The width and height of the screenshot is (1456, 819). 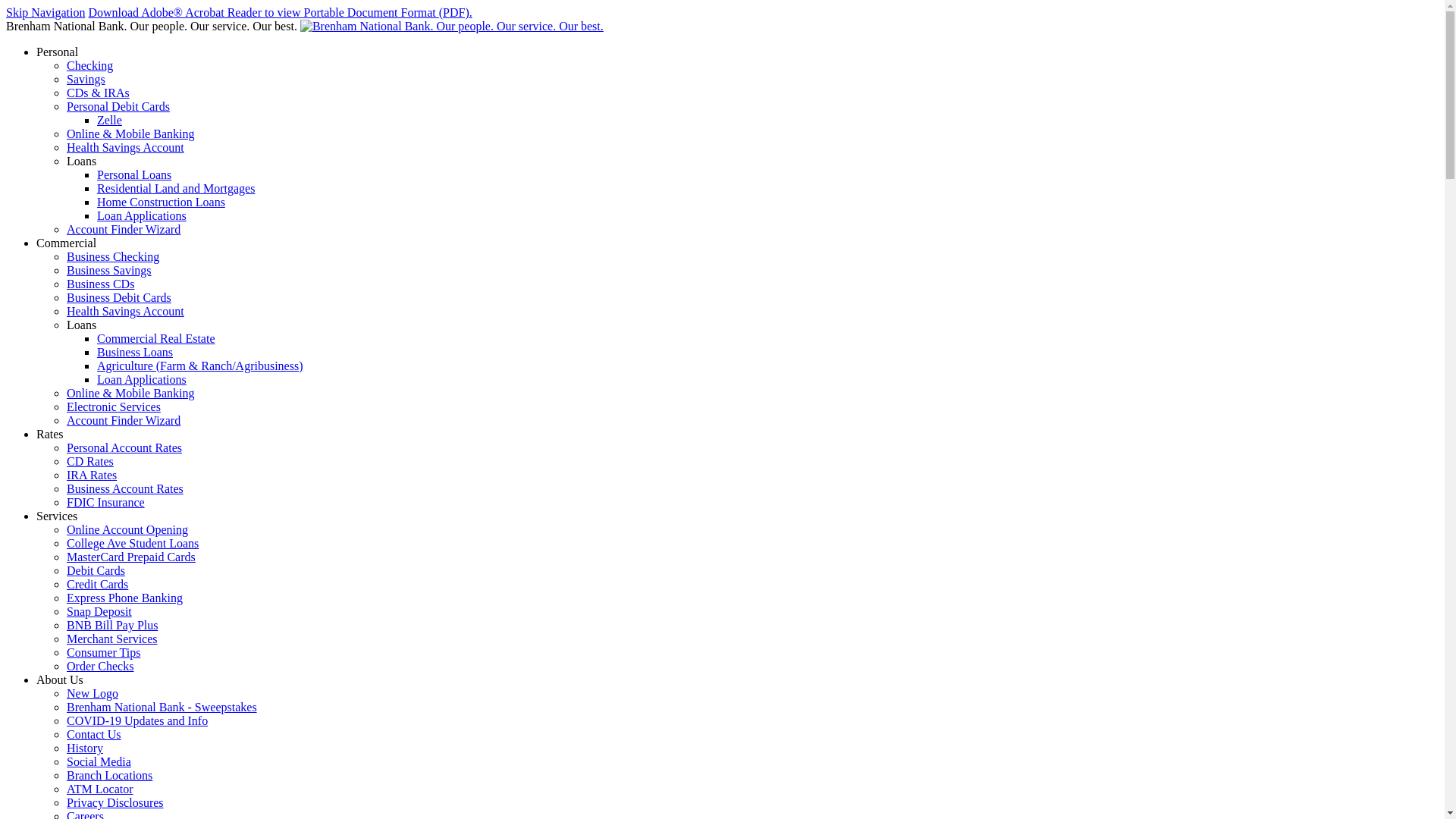 I want to click on 'Business Checking', so click(x=111, y=256).